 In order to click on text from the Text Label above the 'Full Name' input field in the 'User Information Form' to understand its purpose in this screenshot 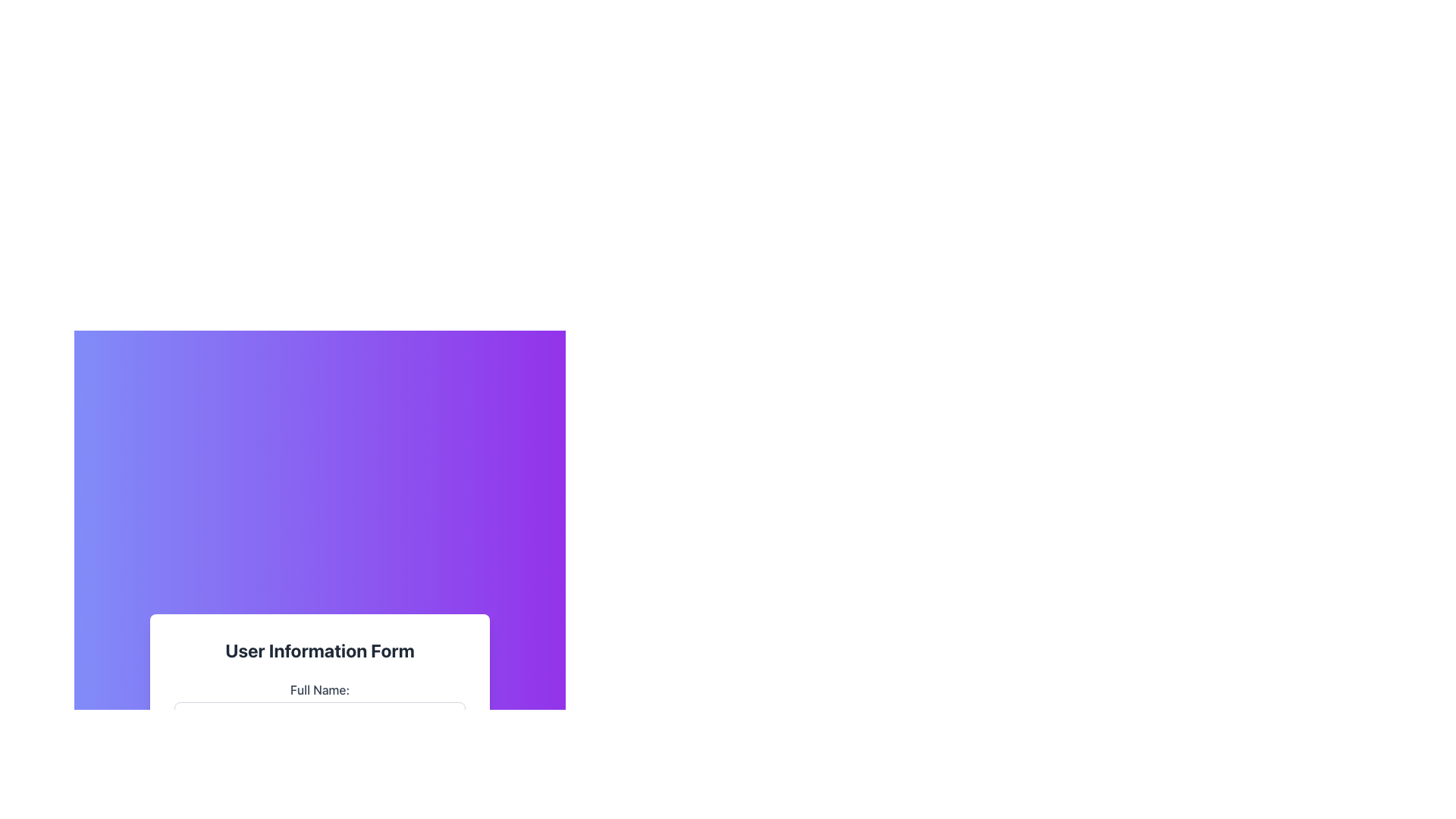, I will do `click(319, 690)`.